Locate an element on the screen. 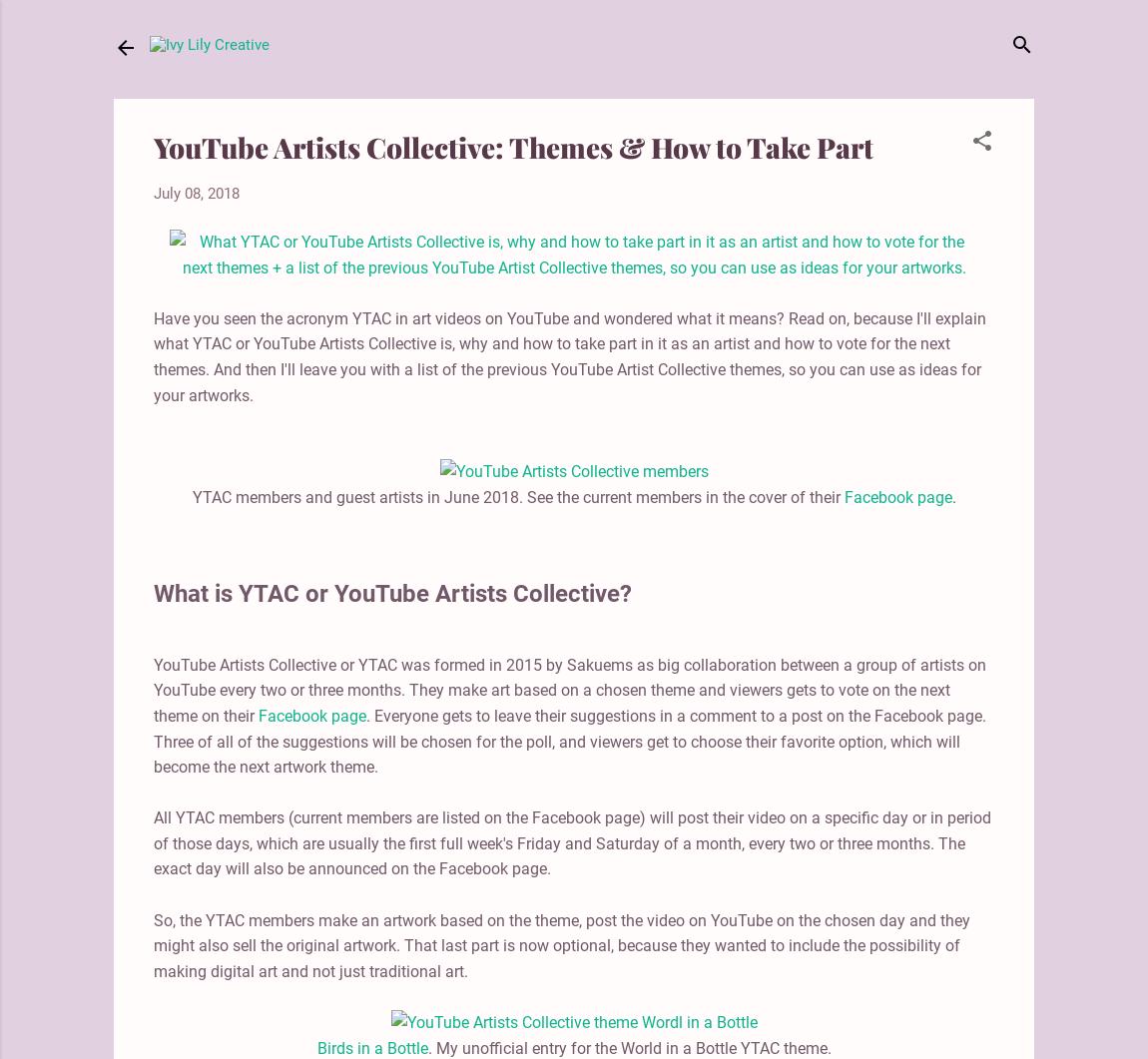  'YouTube Artists Collective: Themes & How to Take Part' is located at coordinates (513, 147).